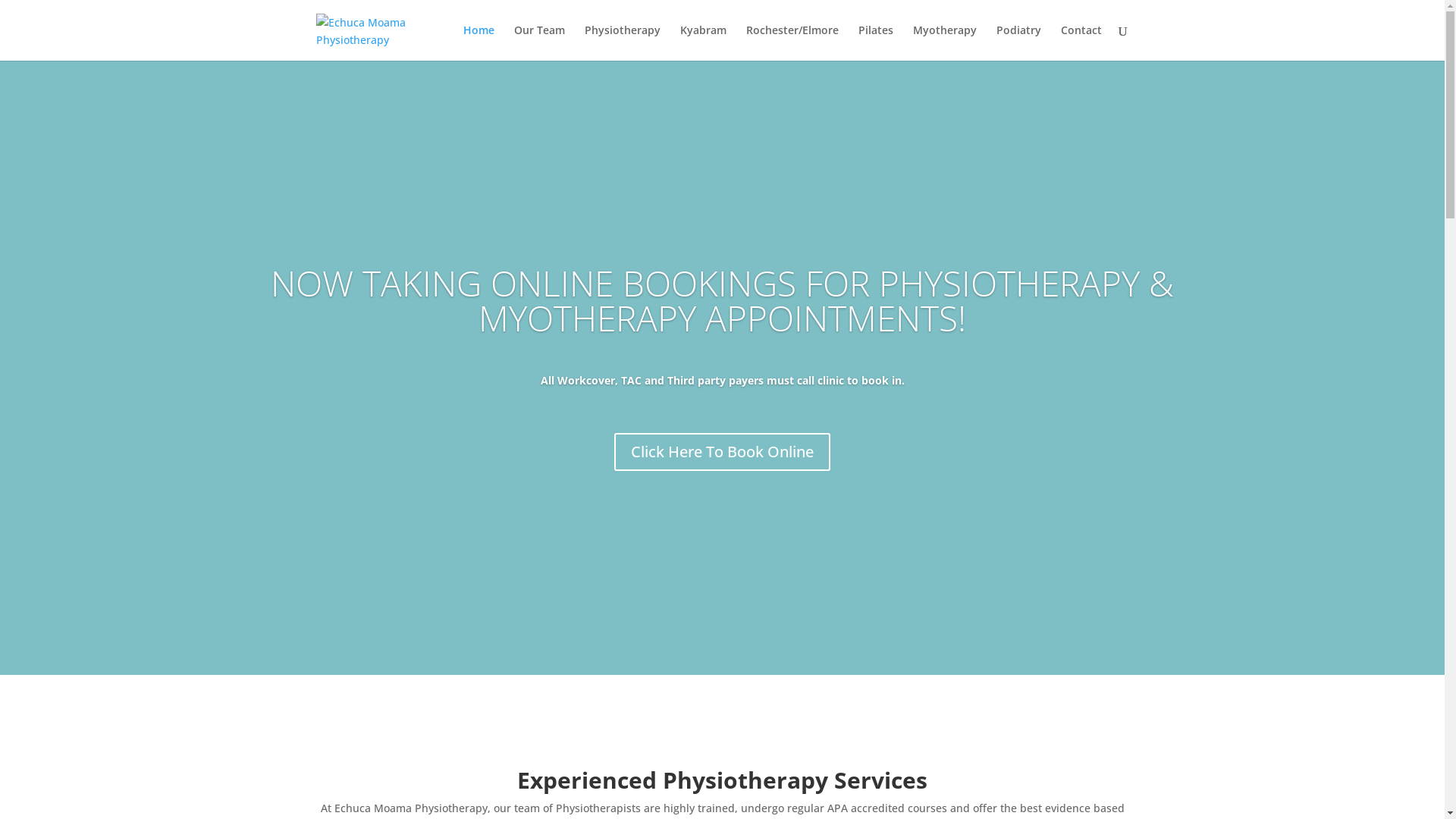  Describe the element at coordinates (1018, 42) in the screenshot. I see `'Podiatry'` at that location.